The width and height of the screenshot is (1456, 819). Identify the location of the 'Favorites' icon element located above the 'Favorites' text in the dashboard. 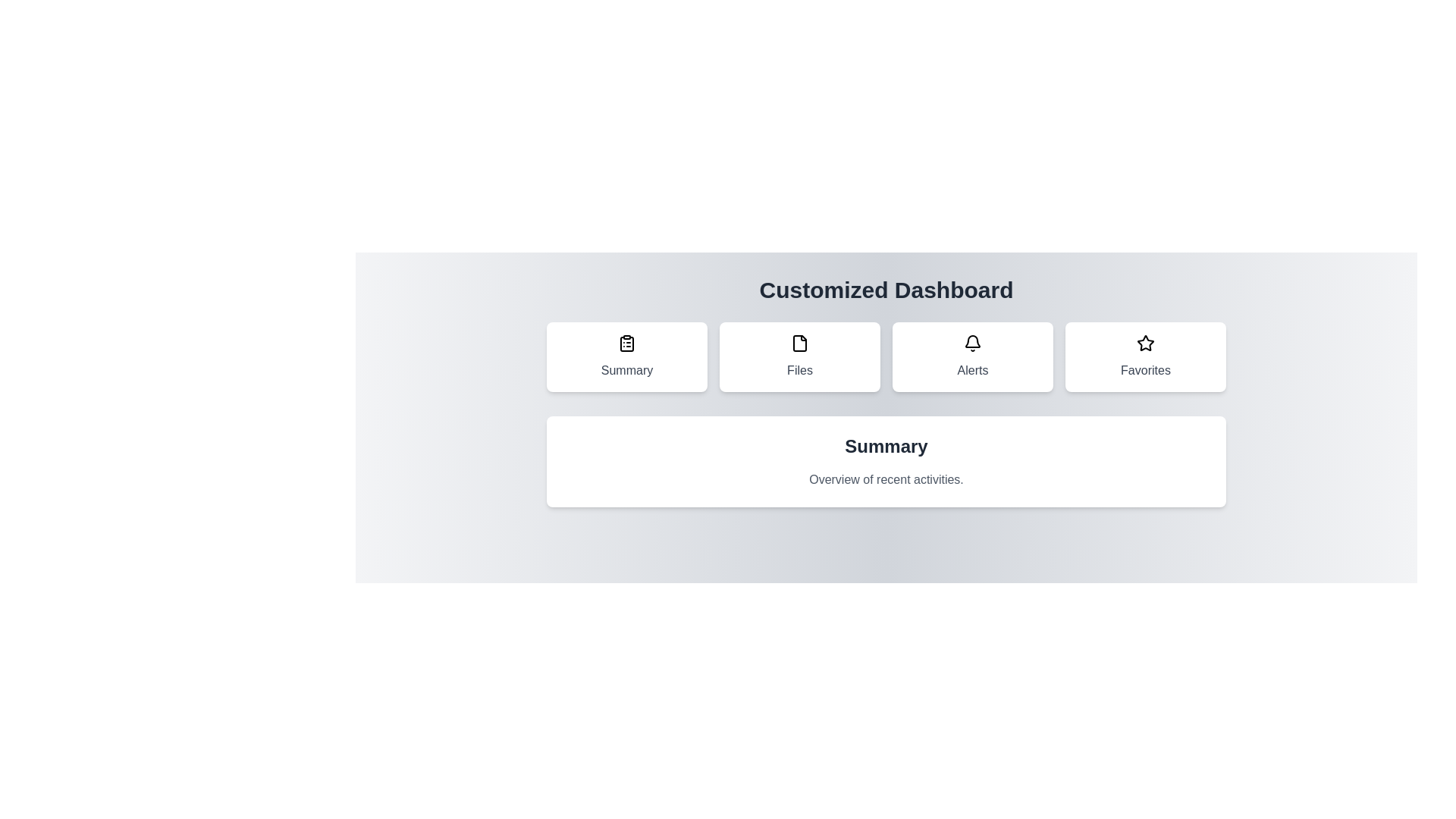
(1146, 343).